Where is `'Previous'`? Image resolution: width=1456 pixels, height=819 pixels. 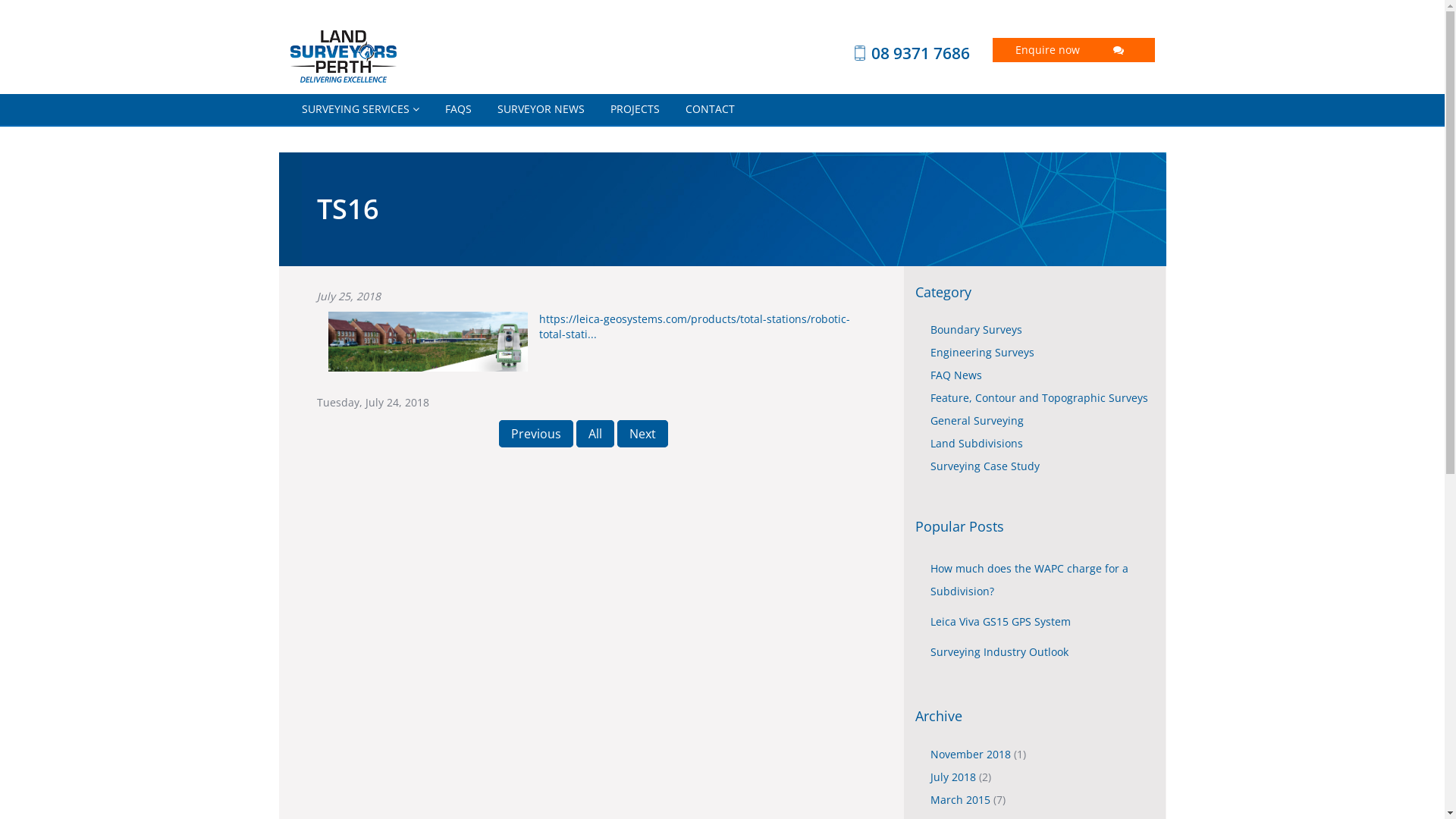 'Previous' is located at coordinates (535, 433).